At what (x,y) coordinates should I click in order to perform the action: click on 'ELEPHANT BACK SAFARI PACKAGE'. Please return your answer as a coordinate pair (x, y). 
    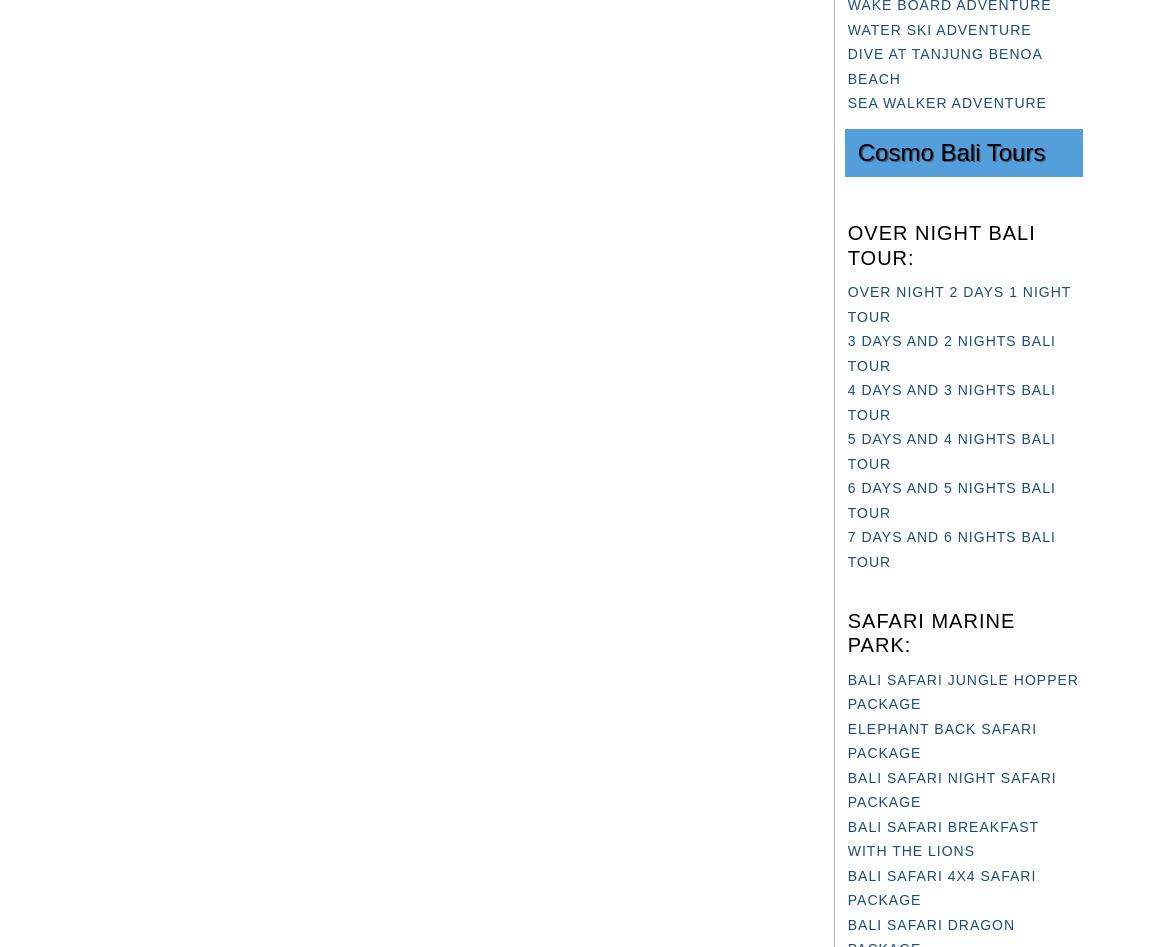
    Looking at the image, I should click on (941, 739).